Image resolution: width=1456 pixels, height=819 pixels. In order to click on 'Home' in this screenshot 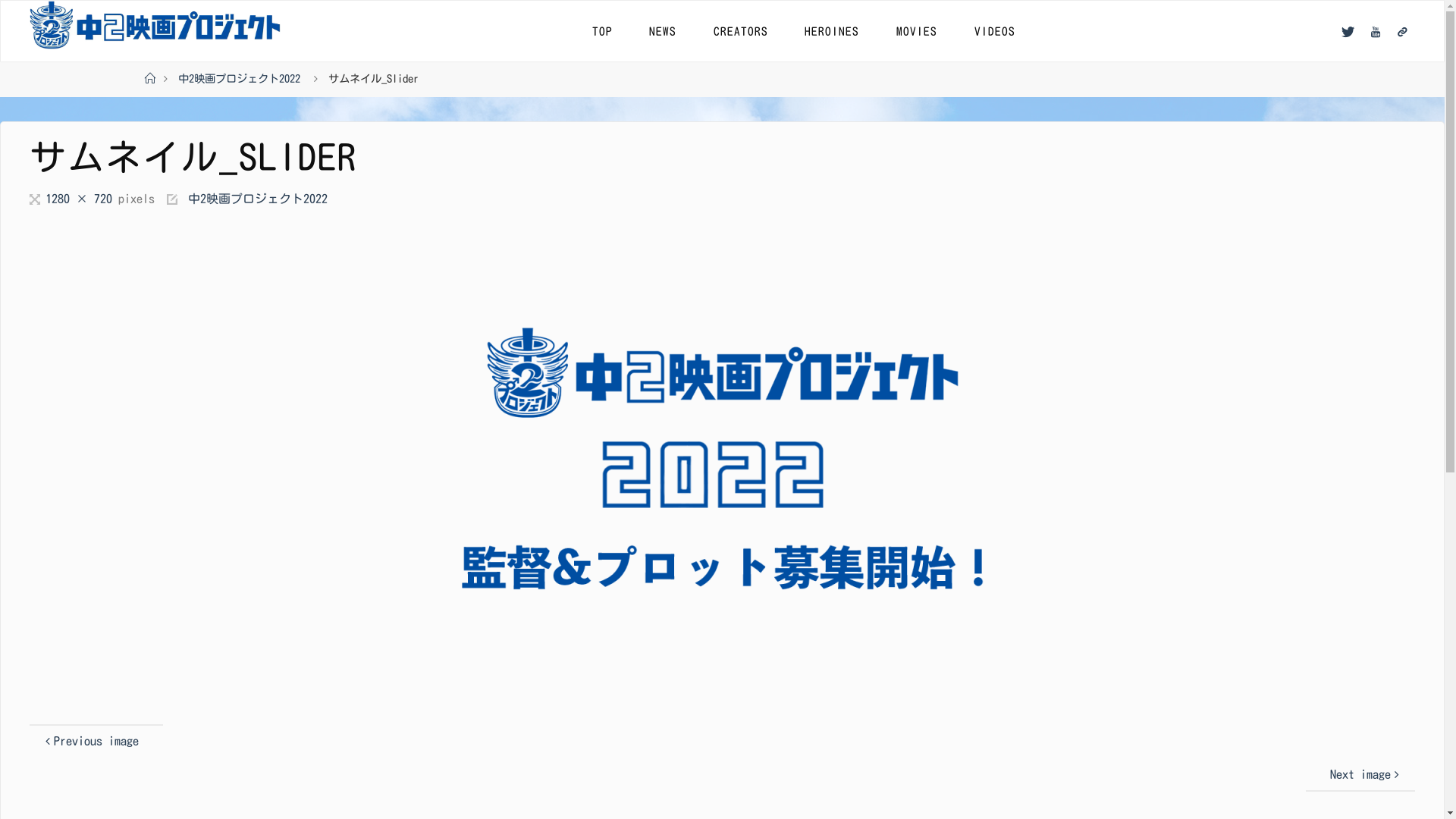, I will do `click(149, 78)`.